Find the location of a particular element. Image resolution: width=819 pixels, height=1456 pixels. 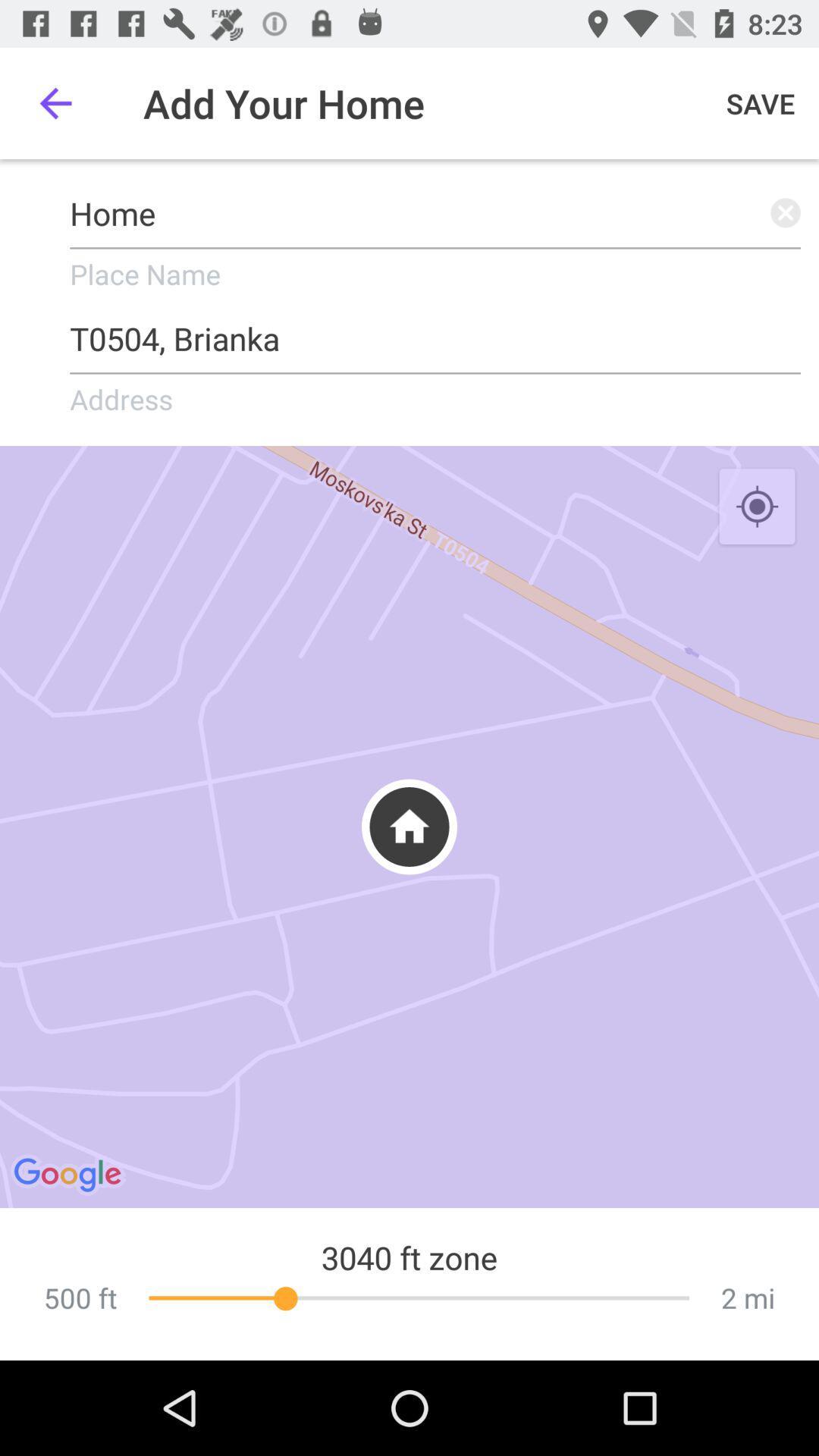

the icon on the right is located at coordinates (757, 507).